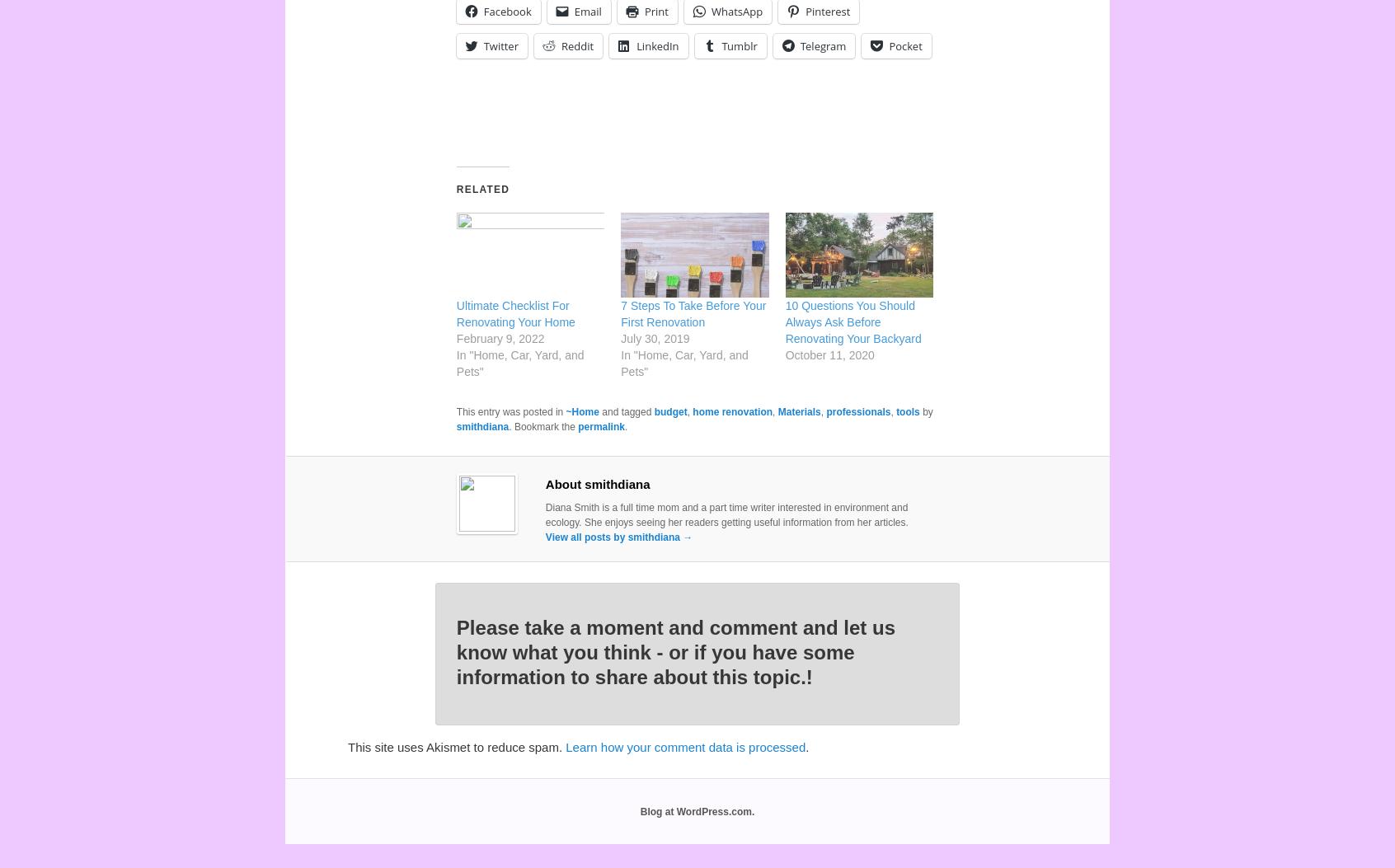 This screenshot has width=1395, height=868. What do you see at coordinates (675, 652) in the screenshot?
I see `'Please take a moment and comment and let us know what you think - or if you have some information to share about this topic.!'` at bounding box center [675, 652].